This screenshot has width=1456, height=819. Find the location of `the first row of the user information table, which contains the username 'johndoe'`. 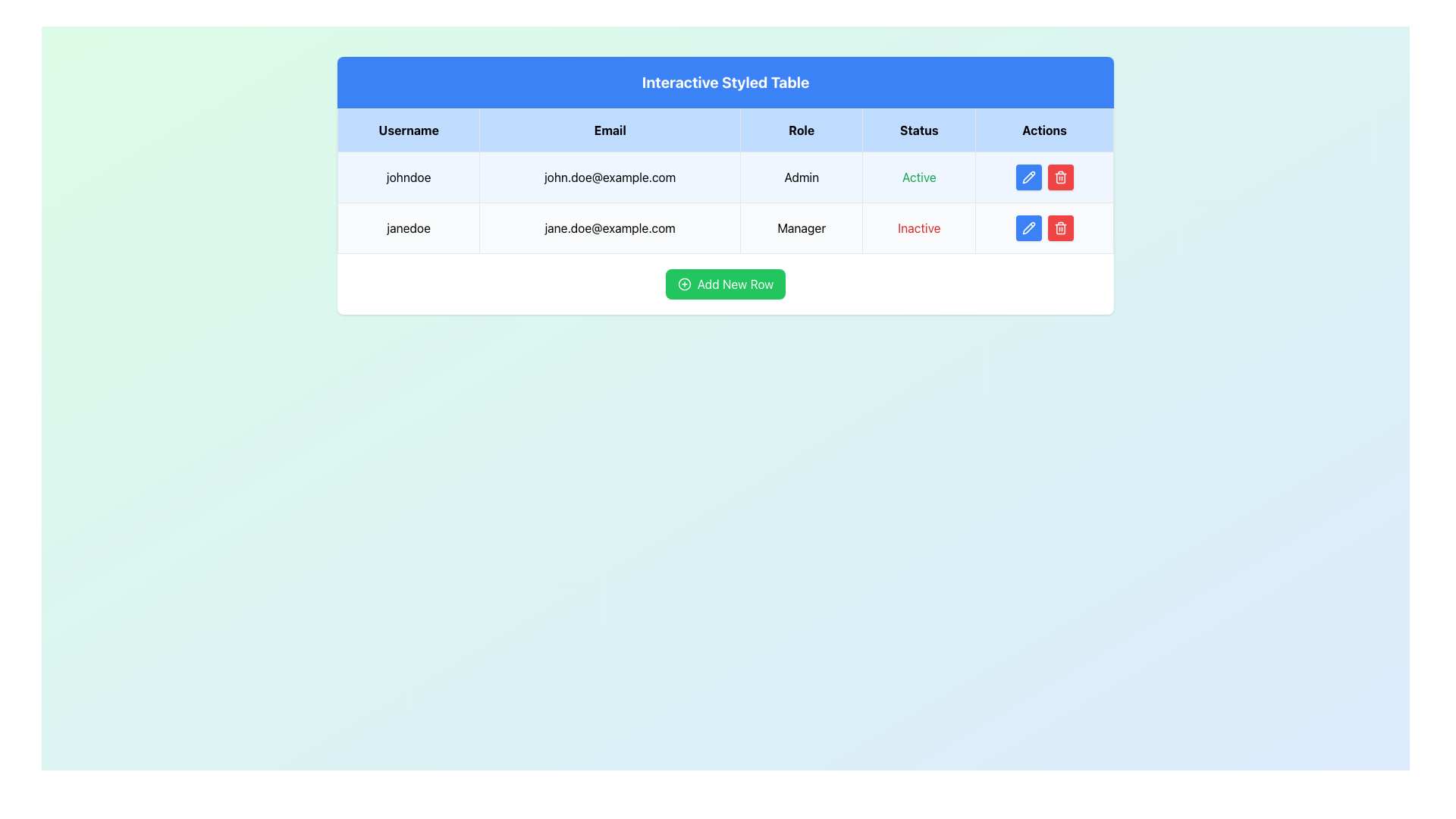

the first row of the user information table, which contains the username 'johndoe' is located at coordinates (724, 177).